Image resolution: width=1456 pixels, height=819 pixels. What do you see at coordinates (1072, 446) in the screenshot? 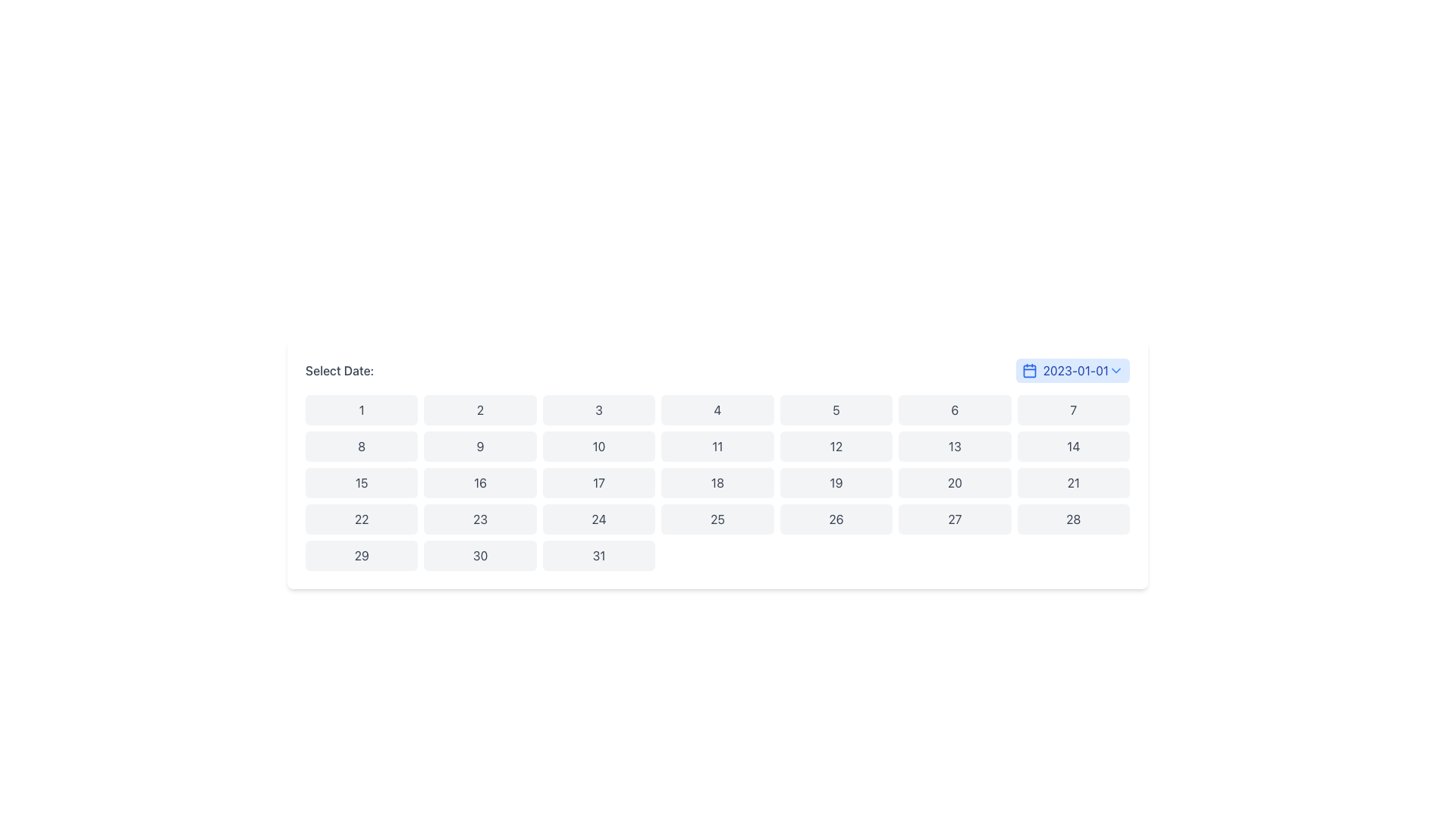
I see `the interactive date selector button representing the date '14' in the calendar interface` at bounding box center [1072, 446].